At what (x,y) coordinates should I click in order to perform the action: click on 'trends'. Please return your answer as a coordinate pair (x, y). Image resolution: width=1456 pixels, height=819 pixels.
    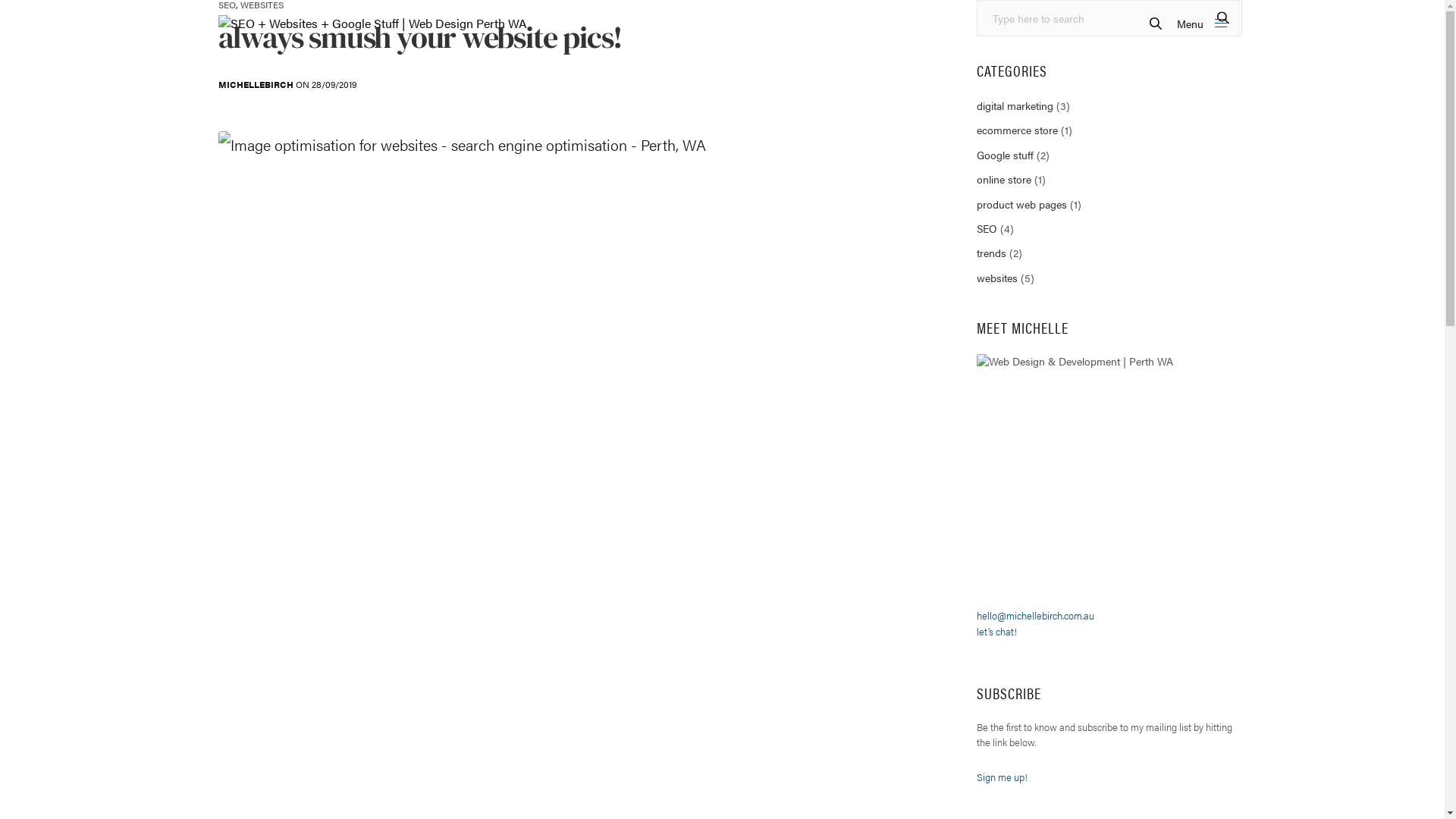
    Looking at the image, I should click on (991, 251).